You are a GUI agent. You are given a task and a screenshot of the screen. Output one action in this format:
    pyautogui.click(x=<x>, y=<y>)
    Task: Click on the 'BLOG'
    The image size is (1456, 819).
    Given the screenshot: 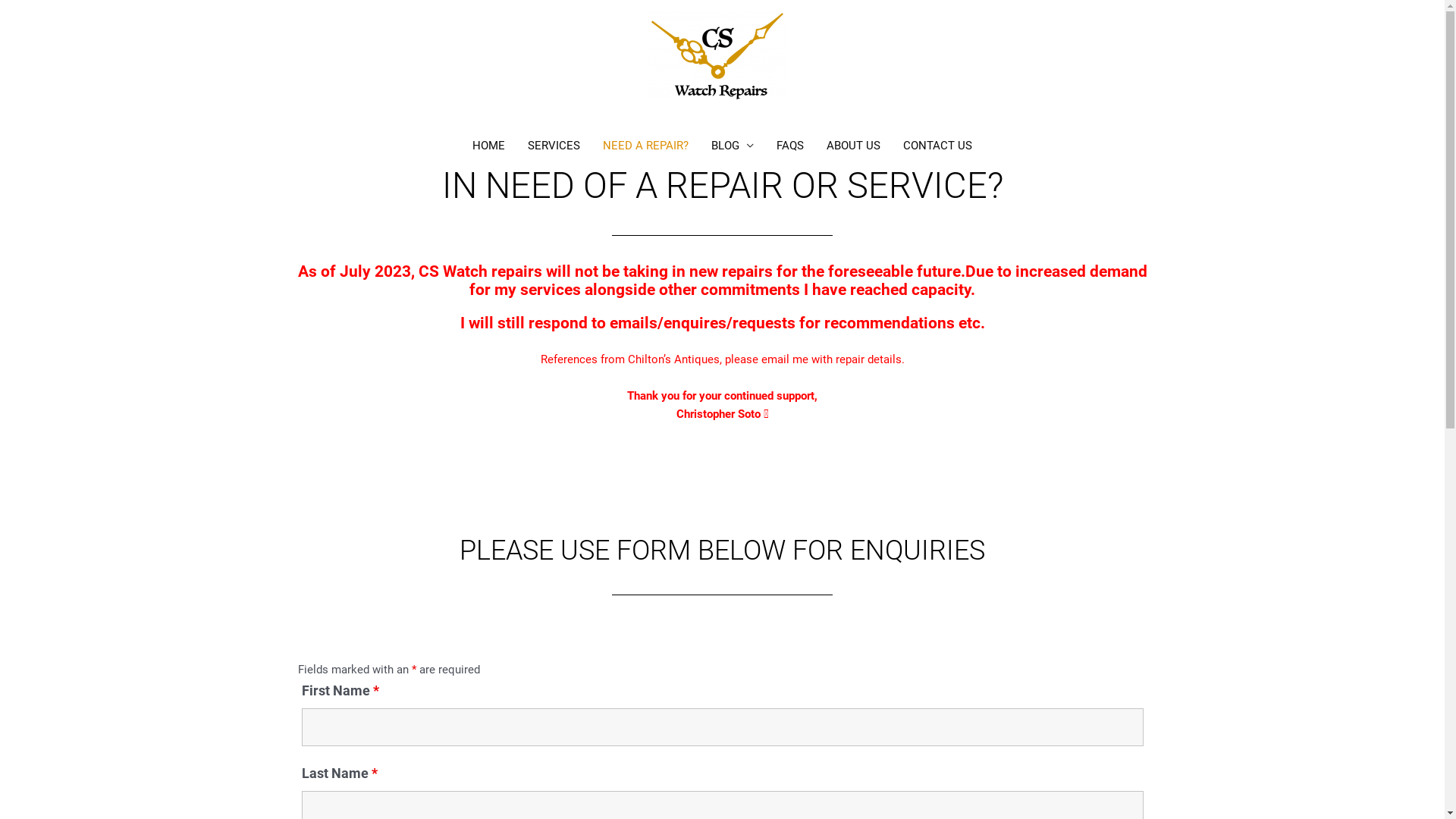 What is the action you would take?
    pyautogui.click(x=732, y=146)
    